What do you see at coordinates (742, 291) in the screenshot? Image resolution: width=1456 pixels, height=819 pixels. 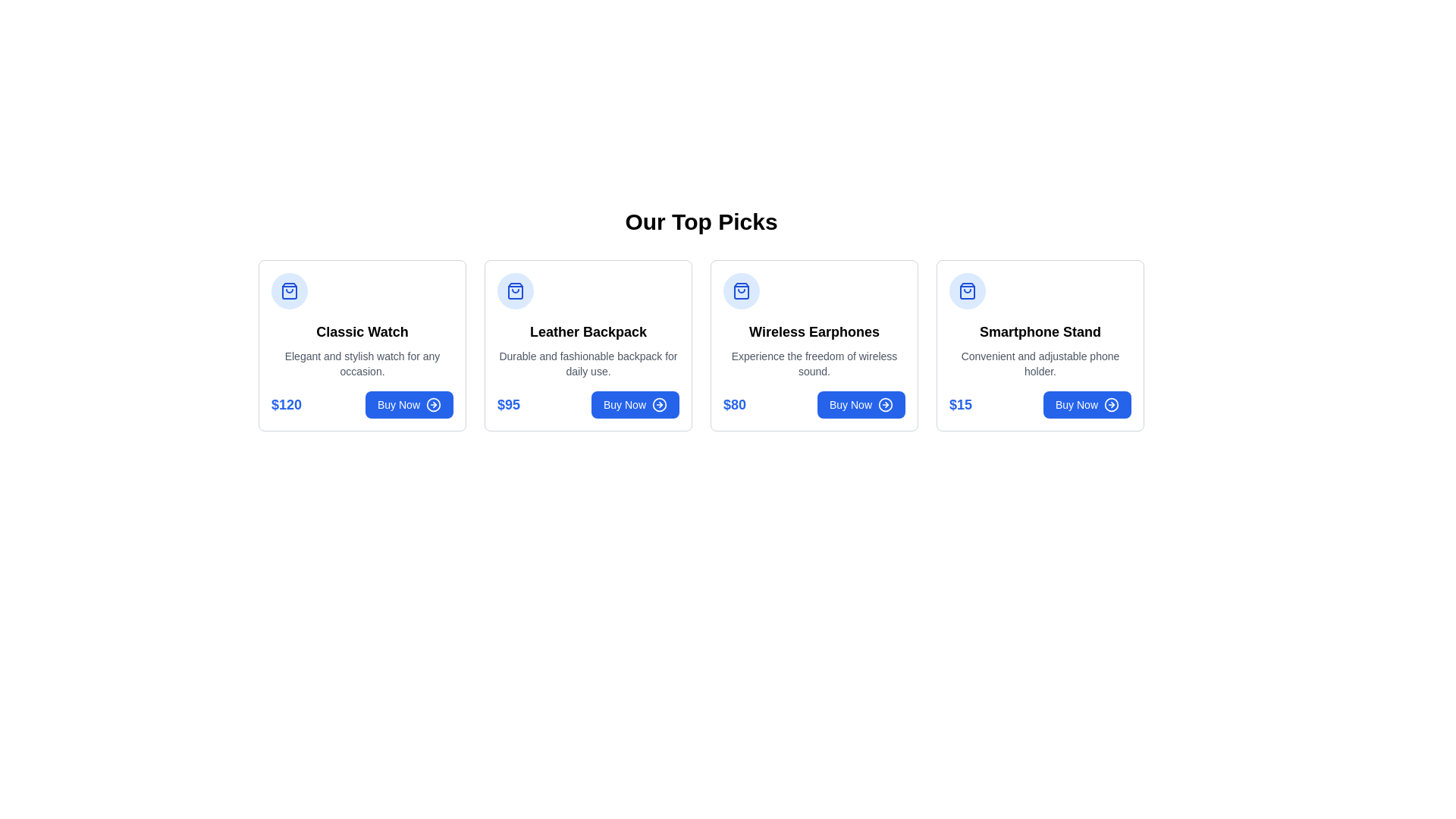 I see `the shopping bag icon located at the top-center of the 'Wireless Earphones' card, which is enclosed within a circular light blue background` at bounding box center [742, 291].